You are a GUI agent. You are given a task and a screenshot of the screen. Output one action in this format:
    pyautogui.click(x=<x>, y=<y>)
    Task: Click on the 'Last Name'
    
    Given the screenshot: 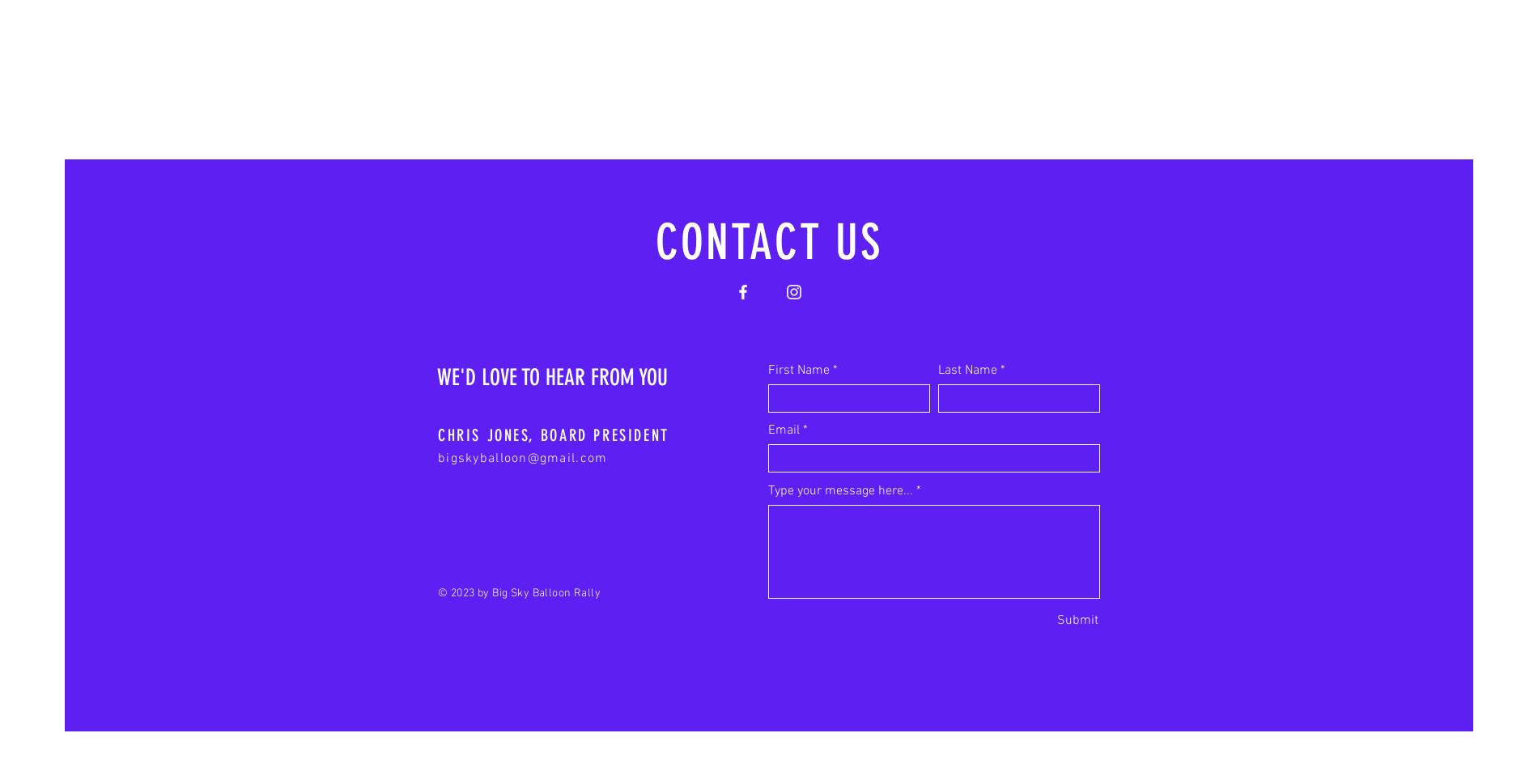 What is the action you would take?
    pyautogui.click(x=967, y=371)
    